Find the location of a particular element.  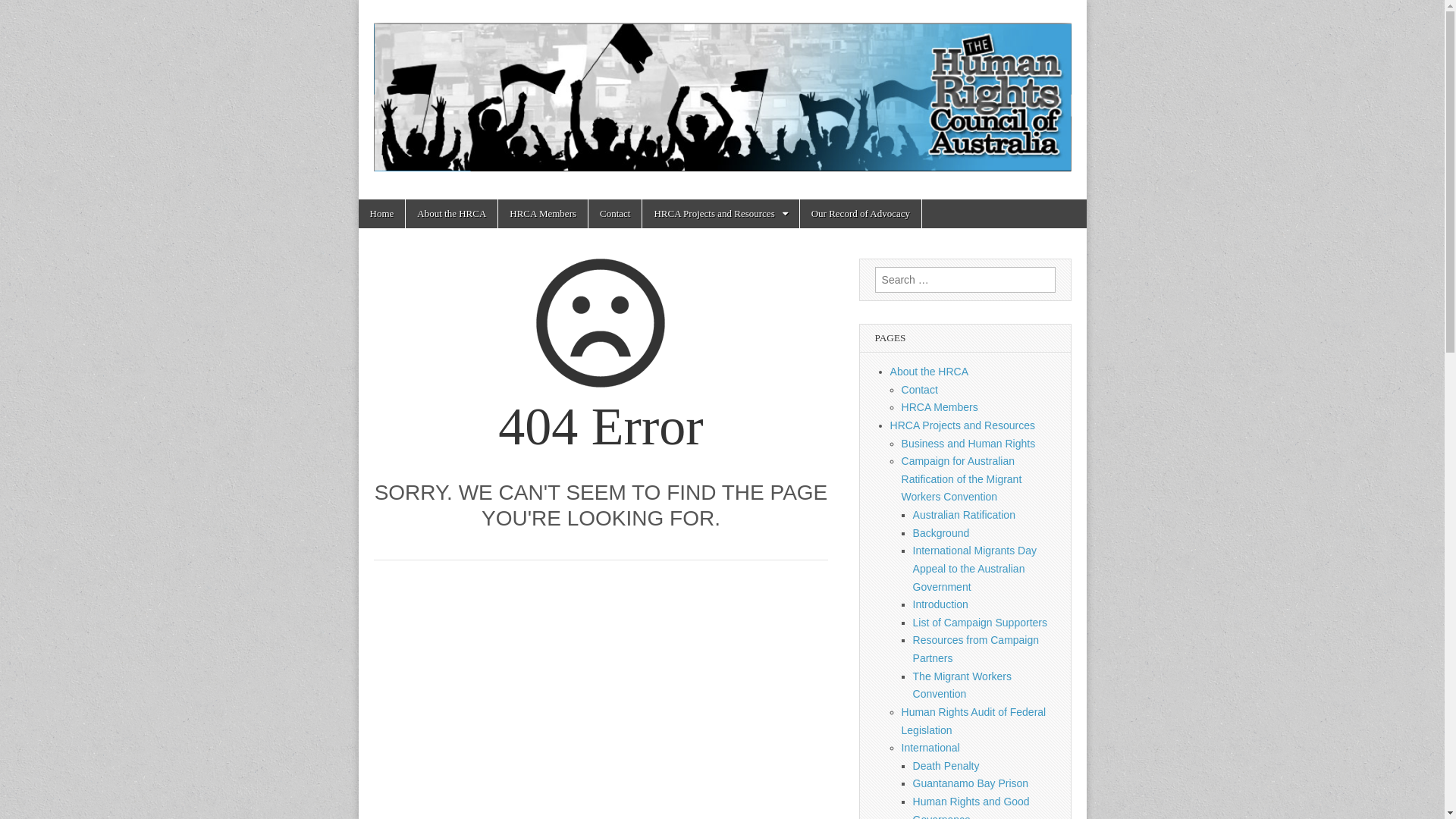

'Resources from Campaign Partners' is located at coordinates (976, 648).